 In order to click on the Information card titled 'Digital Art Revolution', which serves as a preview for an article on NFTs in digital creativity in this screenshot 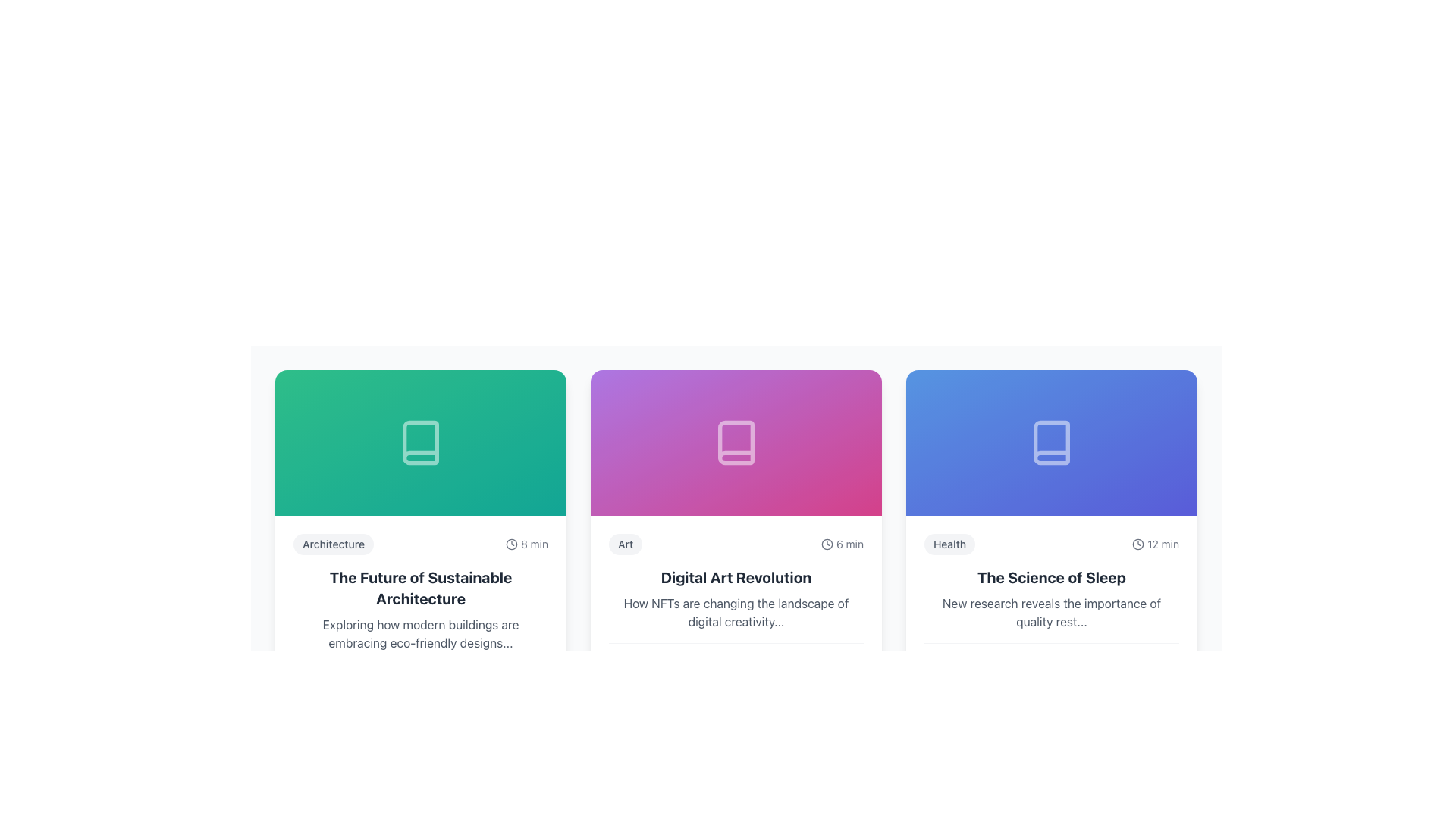, I will do `click(736, 546)`.